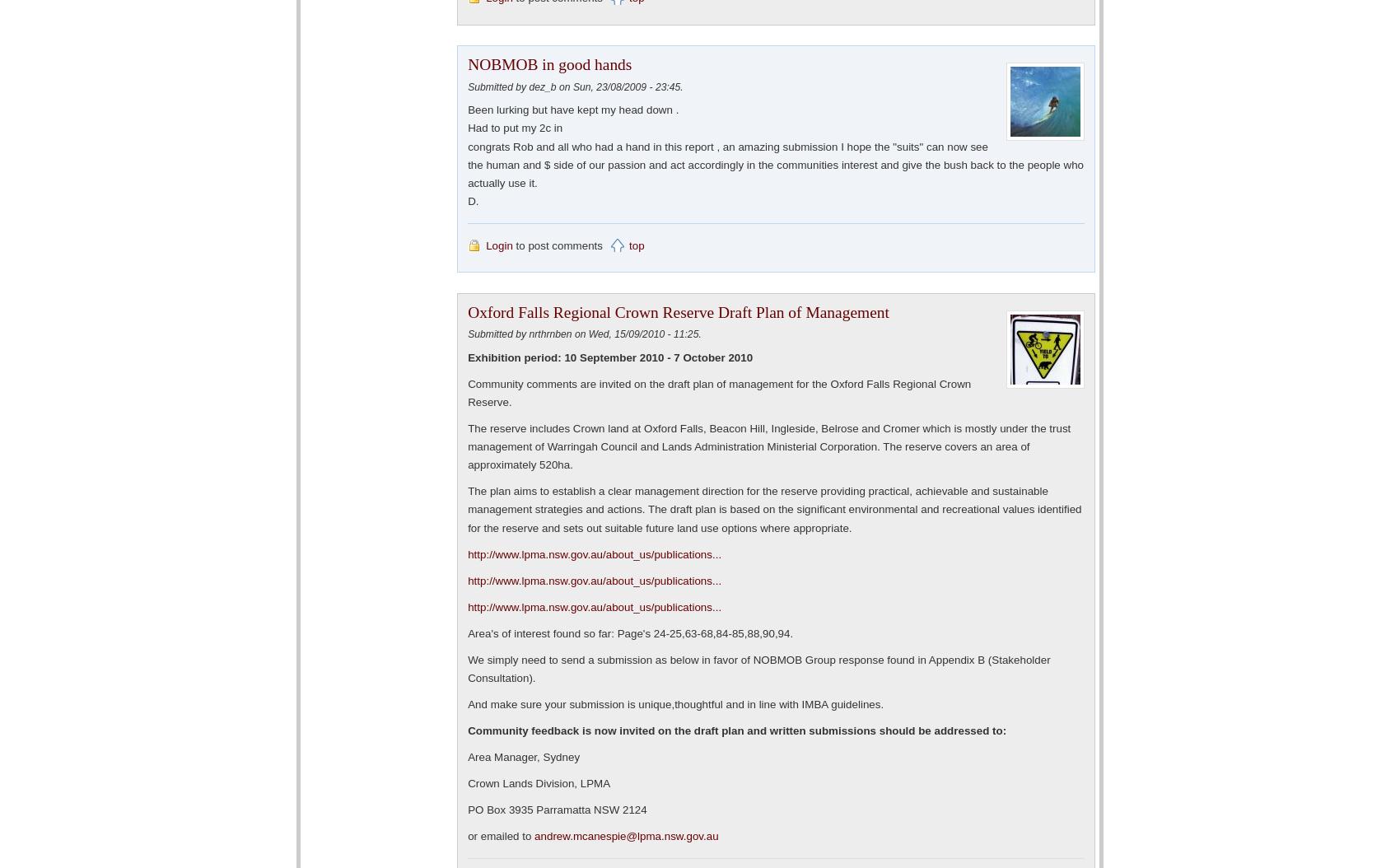 The width and height of the screenshot is (1400, 868). What do you see at coordinates (549, 63) in the screenshot?
I see `'NOBMOB in good hands'` at bounding box center [549, 63].